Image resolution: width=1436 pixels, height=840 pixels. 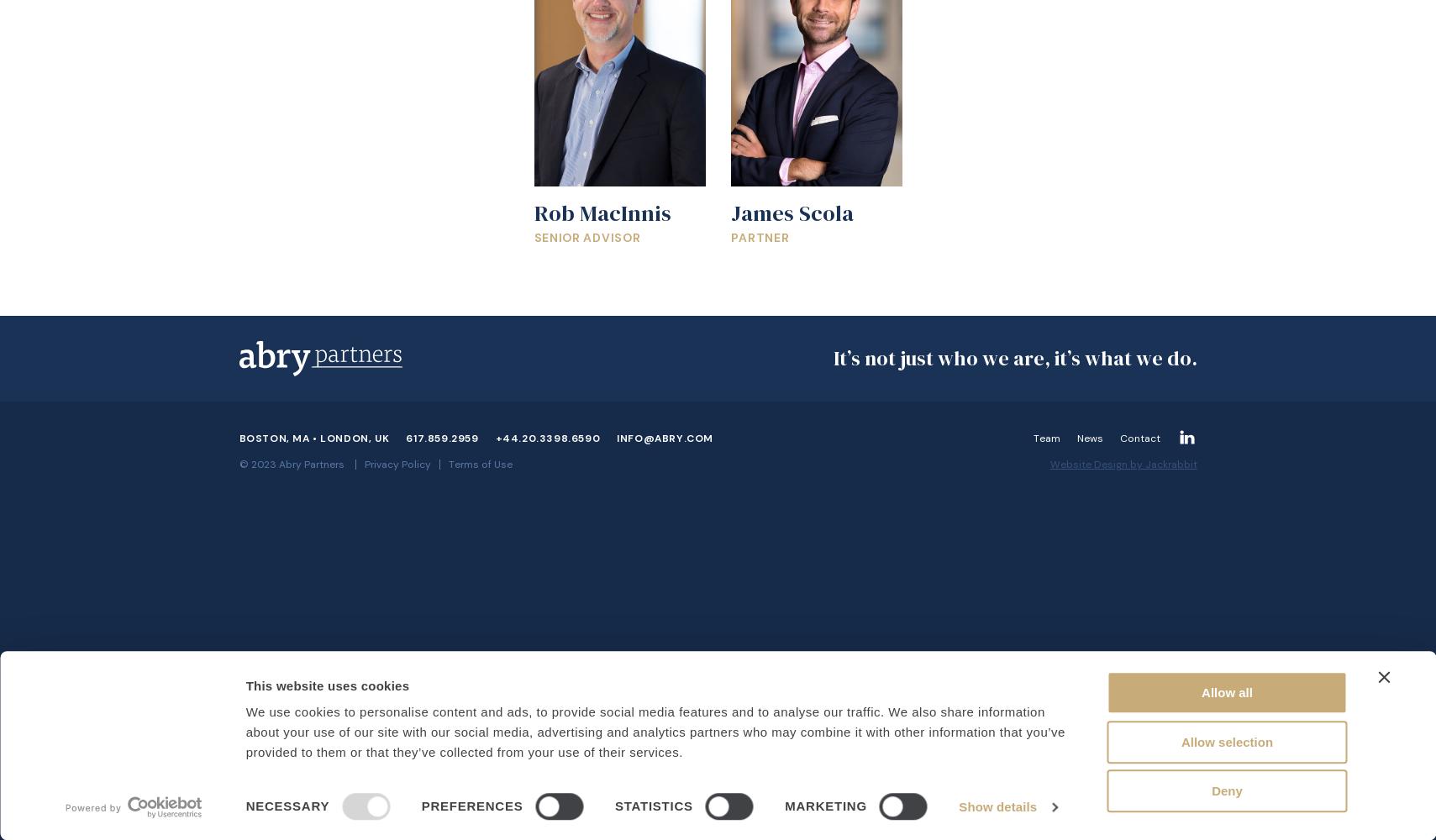 What do you see at coordinates (396, 464) in the screenshot?
I see `'Privacy Policy'` at bounding box center [396, 464].